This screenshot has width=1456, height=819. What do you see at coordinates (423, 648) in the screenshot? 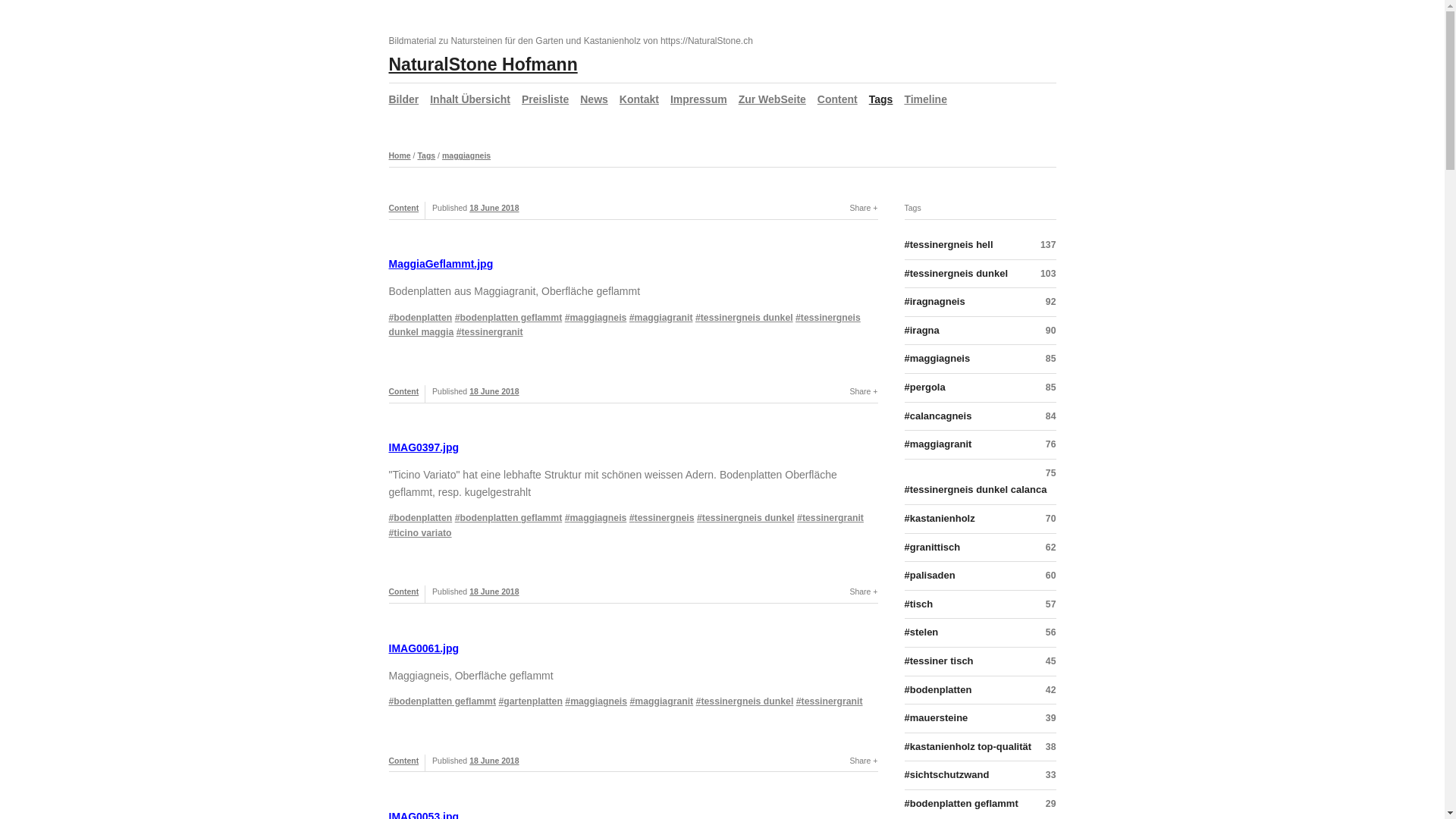
I see `'IMAG0061.jpg'` at bounding box center [423, 648].